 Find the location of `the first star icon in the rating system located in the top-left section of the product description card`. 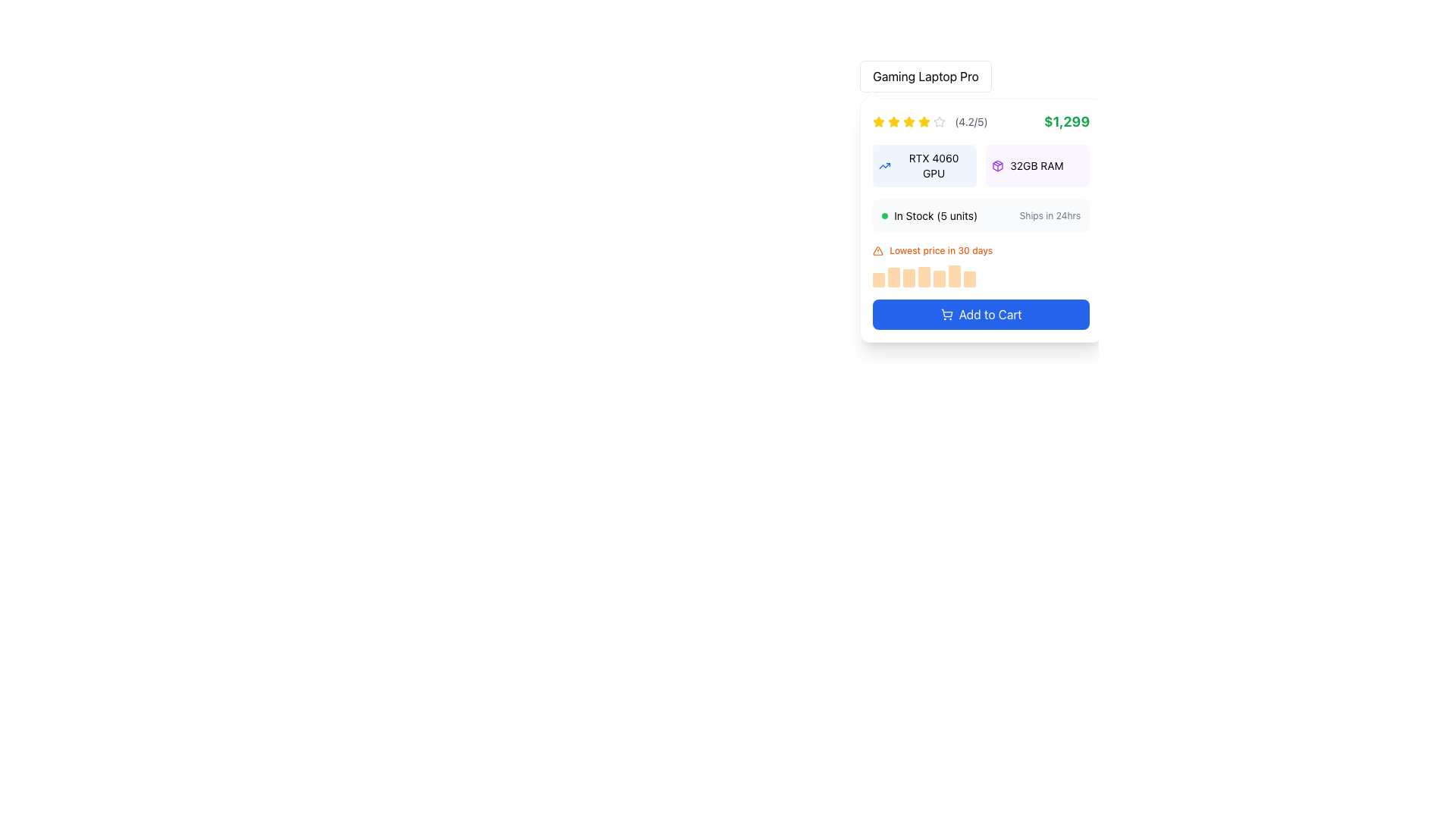

the first star icon in the rating system located in the top-left section of the product description card is located at coordinates (879, 121).